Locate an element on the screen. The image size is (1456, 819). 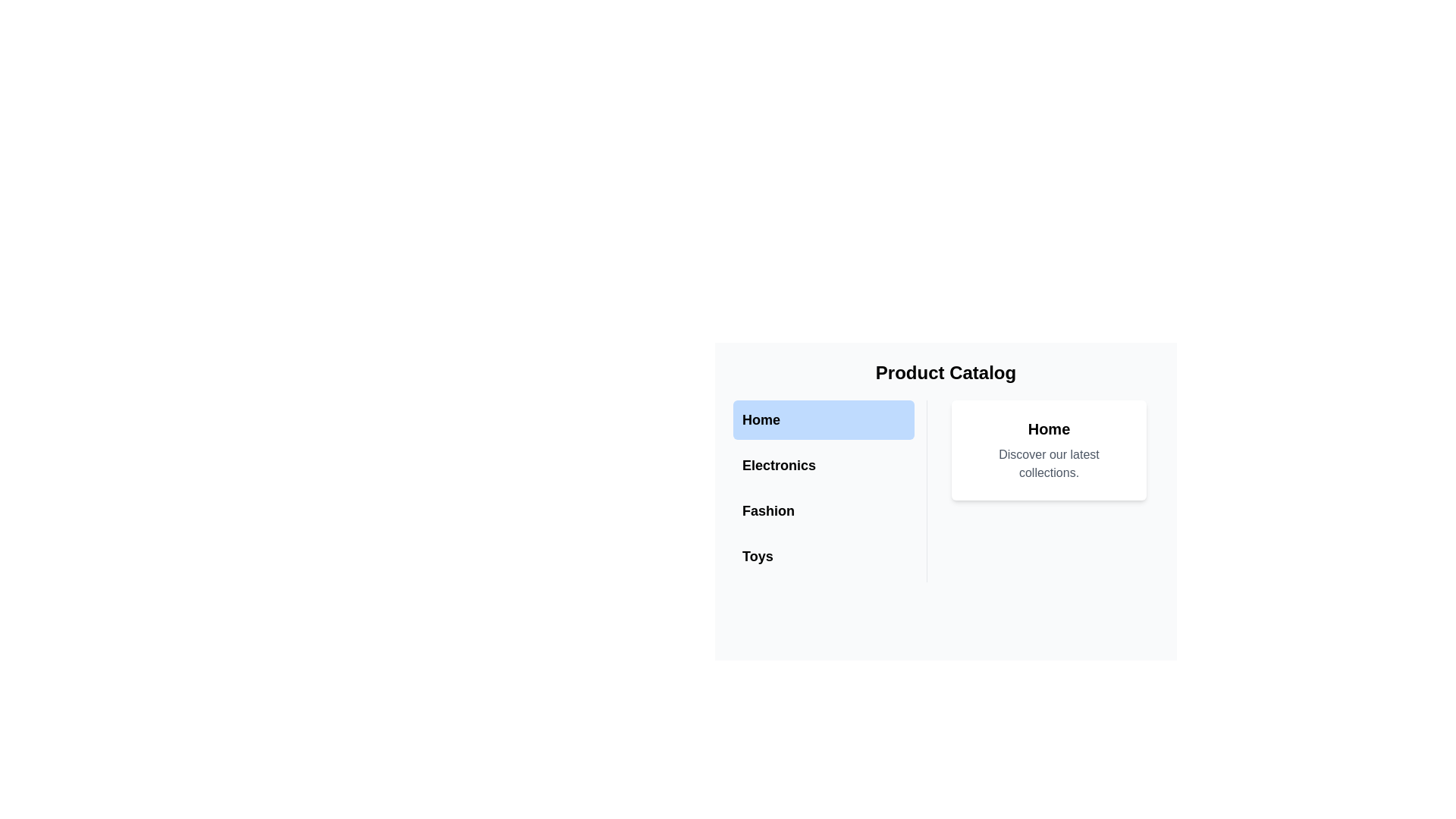
the 'Toys' button, which is the last button in a vertical list of clickable buttons on the left sidebar is located at coordinates (823, 556).